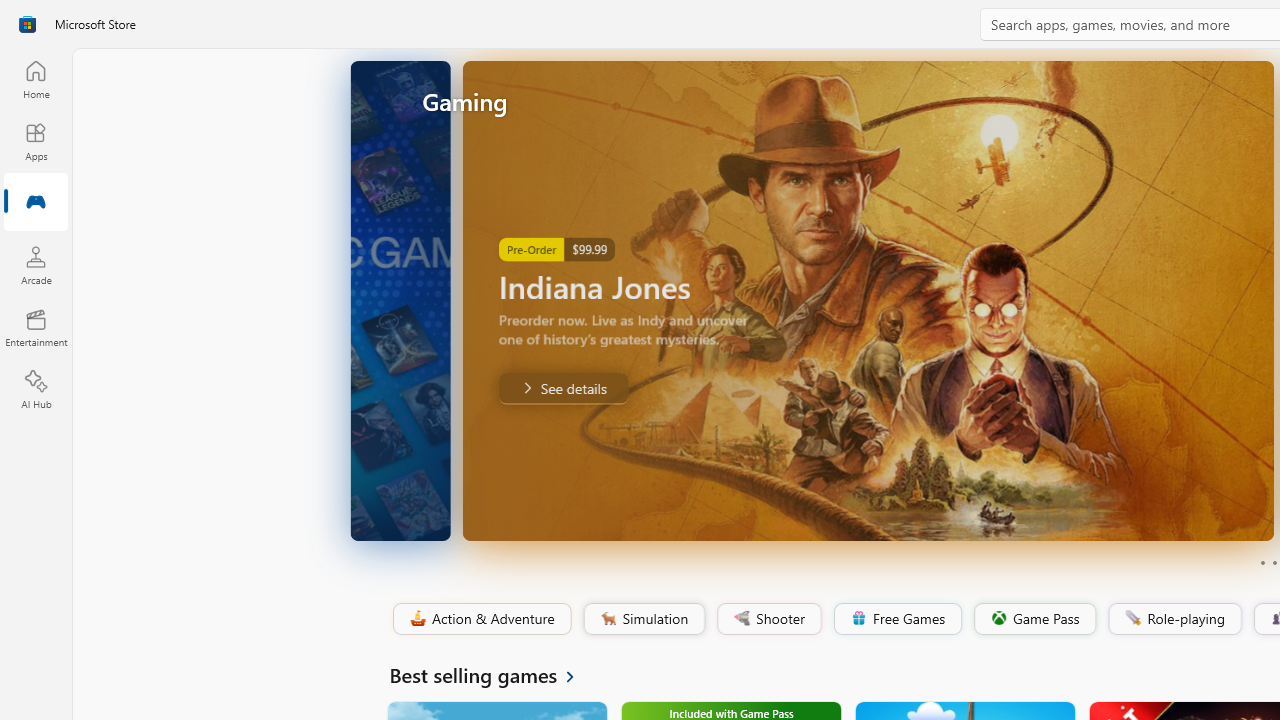 The height and width of the screenshot is (720, 1280). Describe the element at coordinates (1273, 563) in the screenshot. I see `'Page 2'` at that location.